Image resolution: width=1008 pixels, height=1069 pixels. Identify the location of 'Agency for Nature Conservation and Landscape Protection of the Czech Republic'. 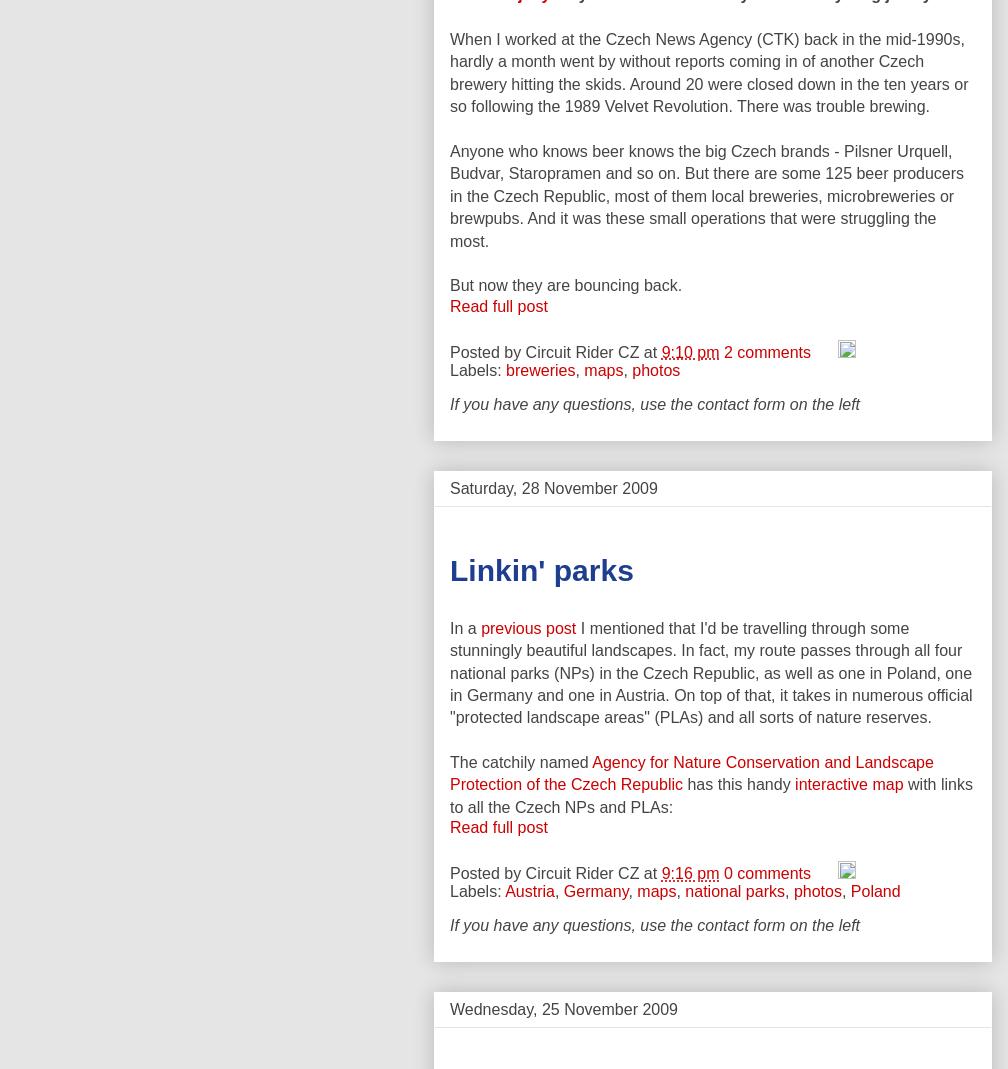
(691, 773).